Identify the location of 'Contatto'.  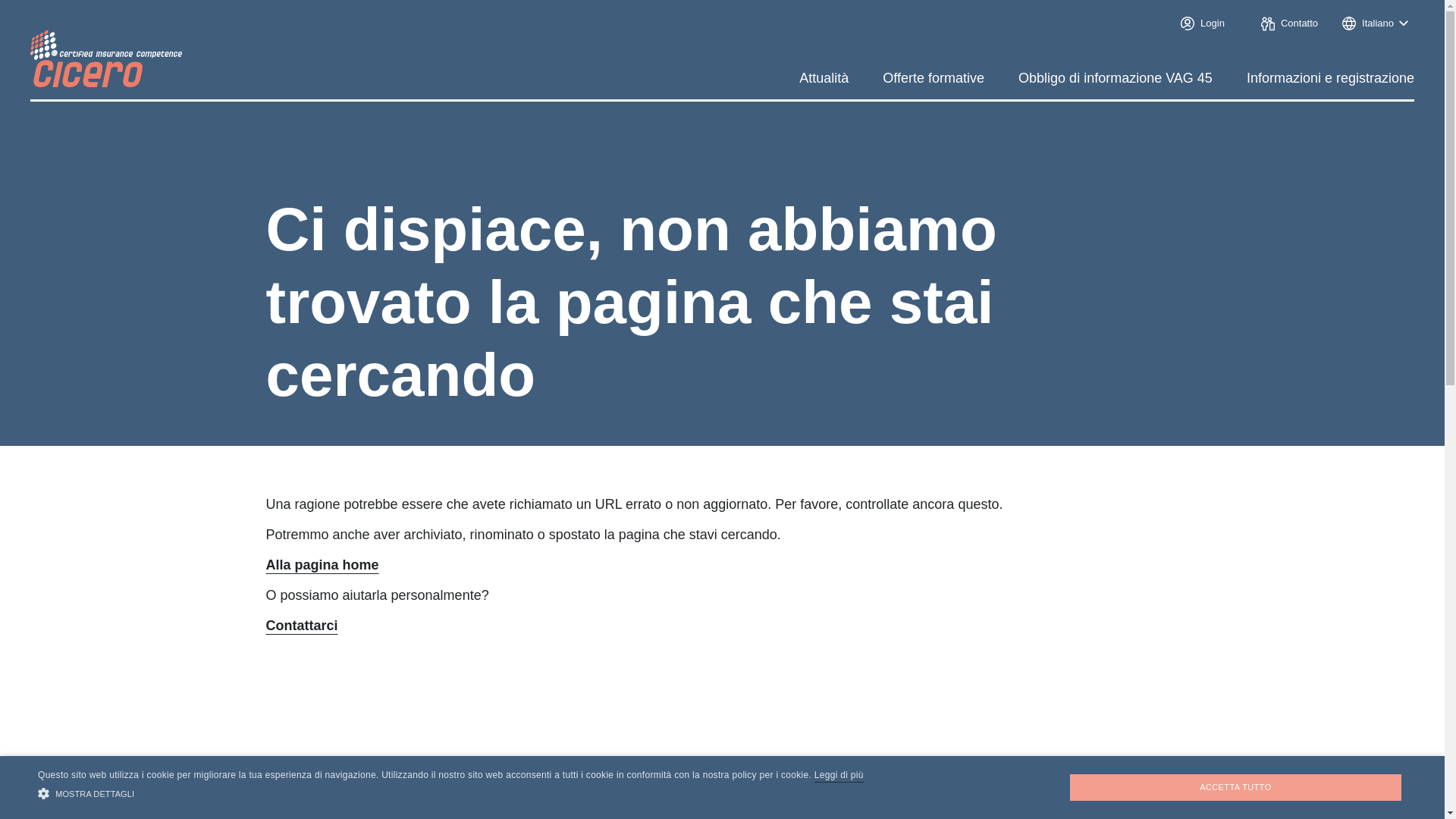
(1255, 24).